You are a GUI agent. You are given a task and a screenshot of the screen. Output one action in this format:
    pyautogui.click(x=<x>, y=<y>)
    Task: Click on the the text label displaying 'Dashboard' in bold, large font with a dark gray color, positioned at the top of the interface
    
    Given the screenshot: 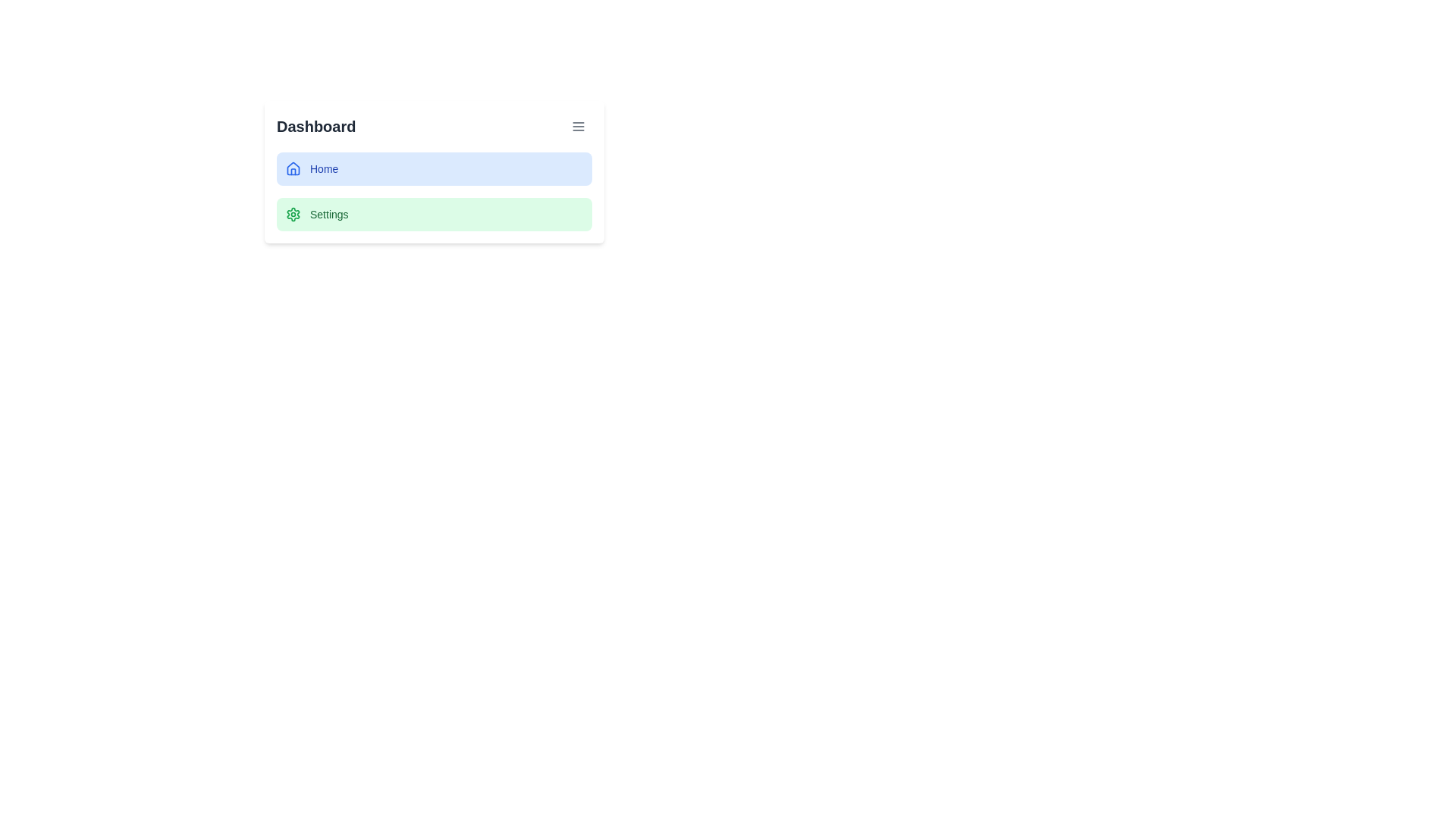 What is the action you would take?
    pyautogui.click(x=315, y=125)
    